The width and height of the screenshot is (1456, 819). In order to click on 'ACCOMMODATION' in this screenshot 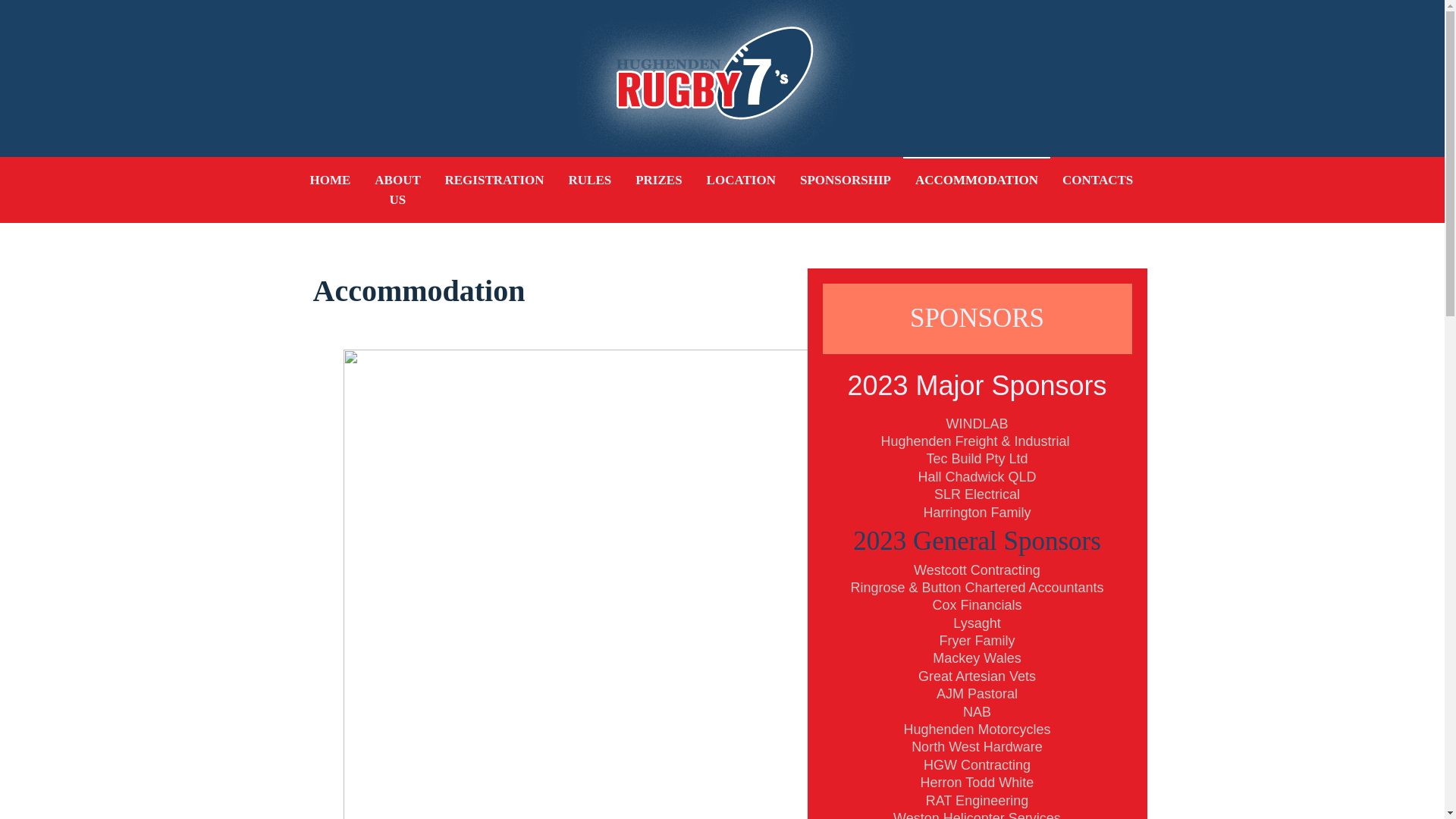, I will do `click(976, 180)`.